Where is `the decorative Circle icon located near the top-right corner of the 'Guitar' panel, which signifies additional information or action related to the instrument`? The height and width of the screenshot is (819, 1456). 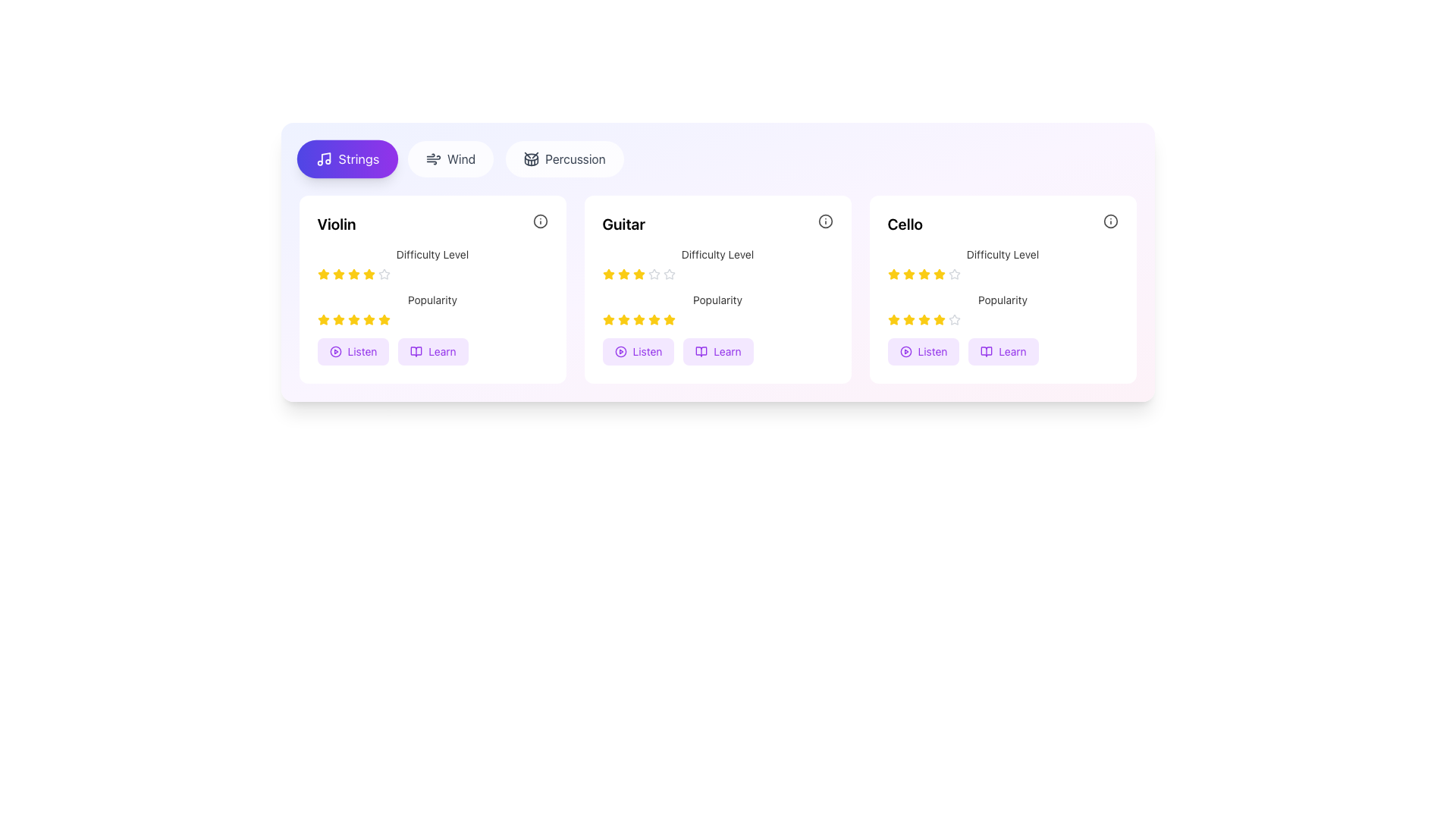 the decorative Circle icon located near the top-right corner of the 'Guitar' panel, which signifies additional information or action related to the instrument is located at coordinates (824, 221).